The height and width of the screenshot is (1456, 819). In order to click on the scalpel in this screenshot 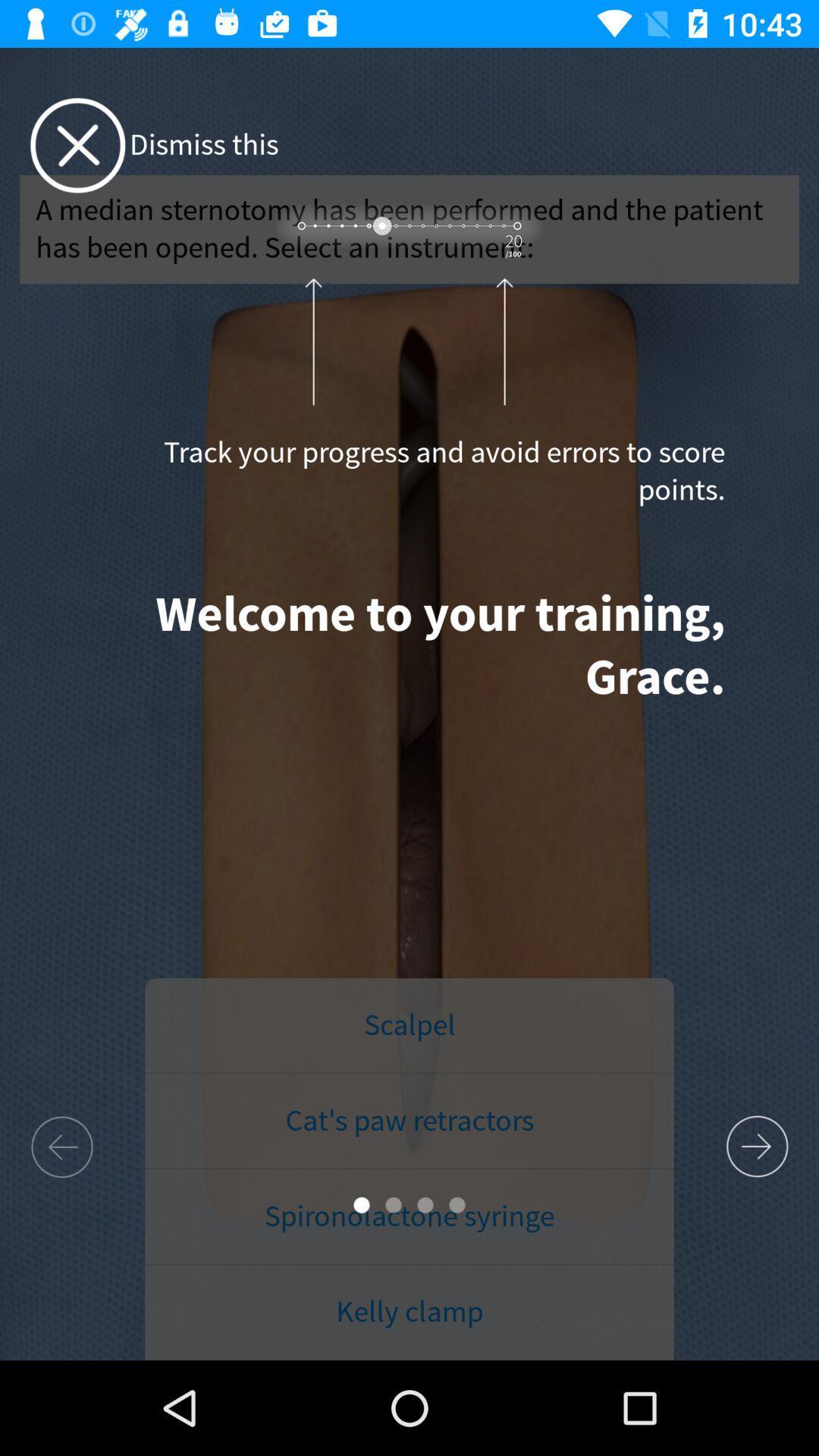, I will do `click(409, 1026)`.